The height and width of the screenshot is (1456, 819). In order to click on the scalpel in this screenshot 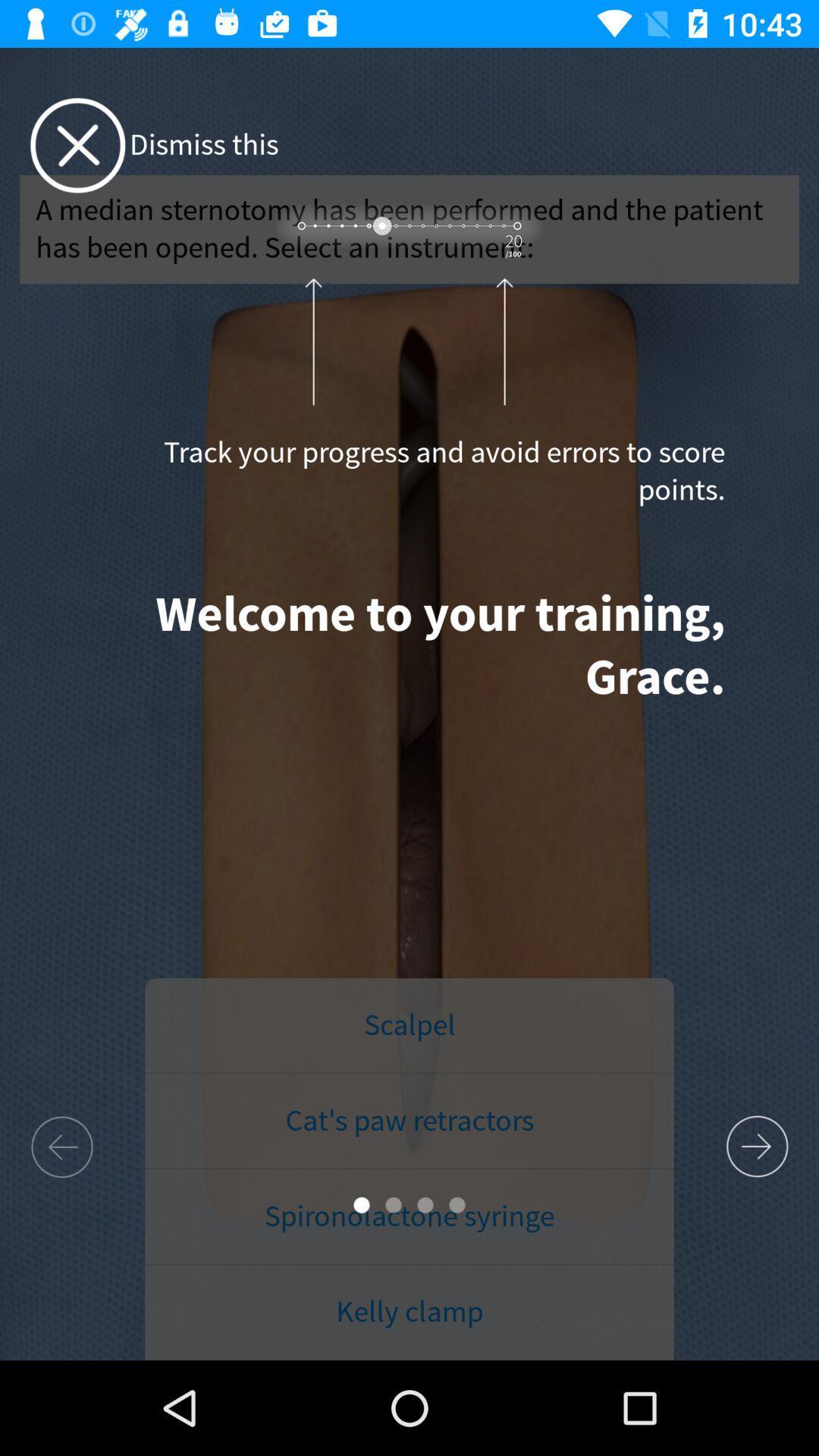, I will do `click(409, 1026)`.